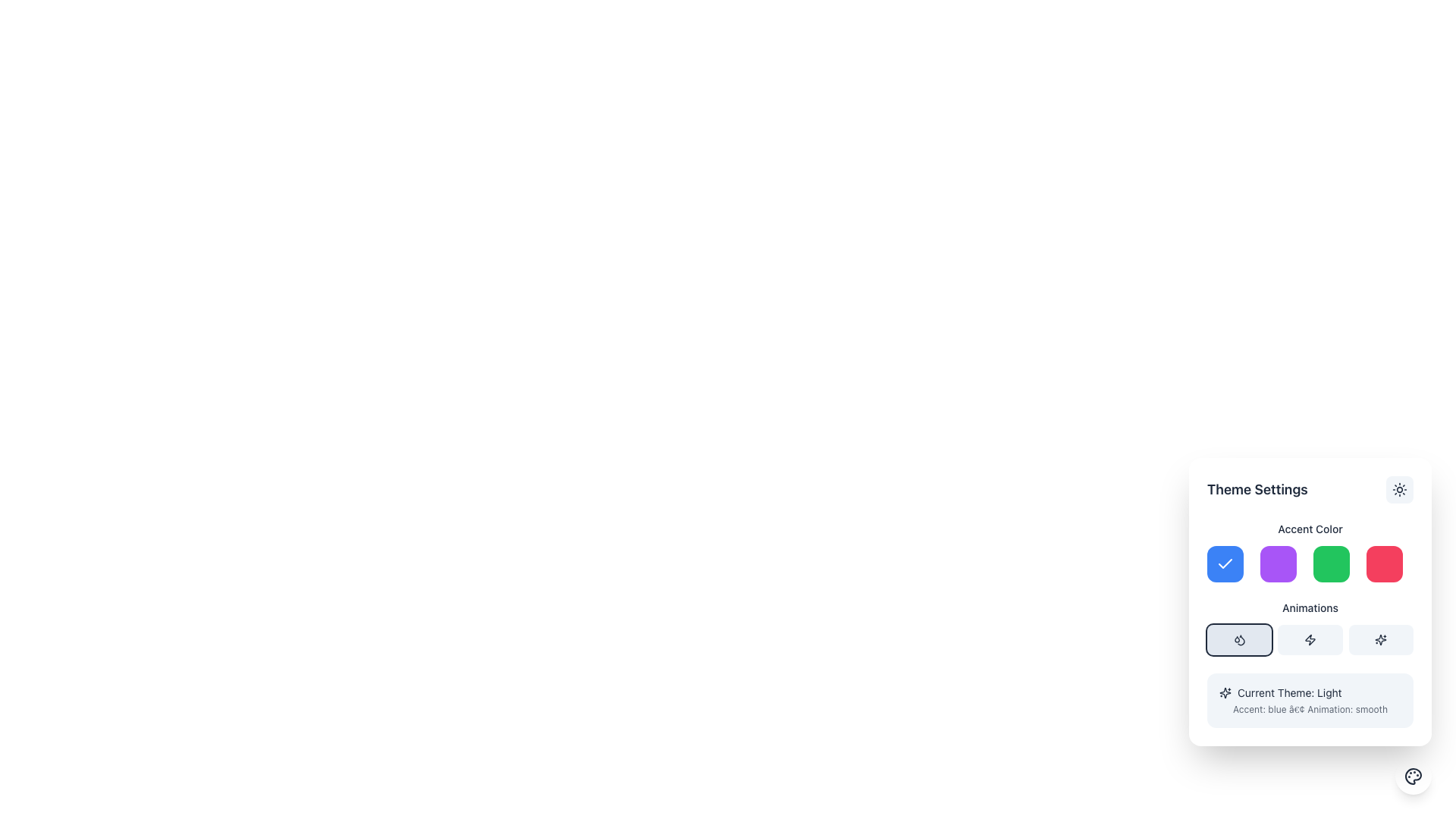  What do you see at coordinates (1381, 640) in the screenshot?
I see `the toggle button for the sparkles animation setting in the theme customization panel` at bounding box center [1381, 640].